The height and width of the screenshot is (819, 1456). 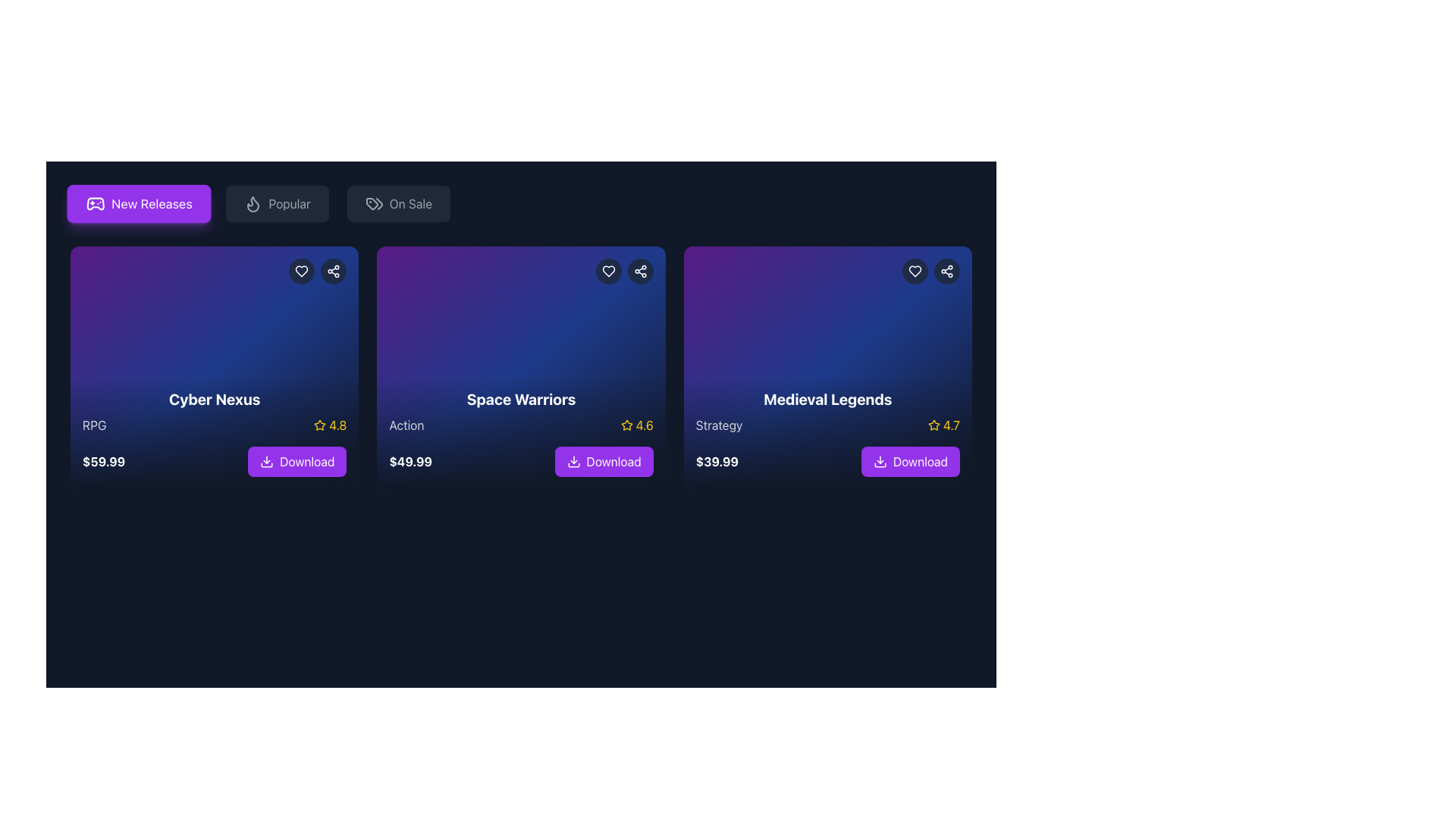 I want to click on the purple 'Download' button containing the downward arrow icon to initiate the download action, so click(x=267, y=461).